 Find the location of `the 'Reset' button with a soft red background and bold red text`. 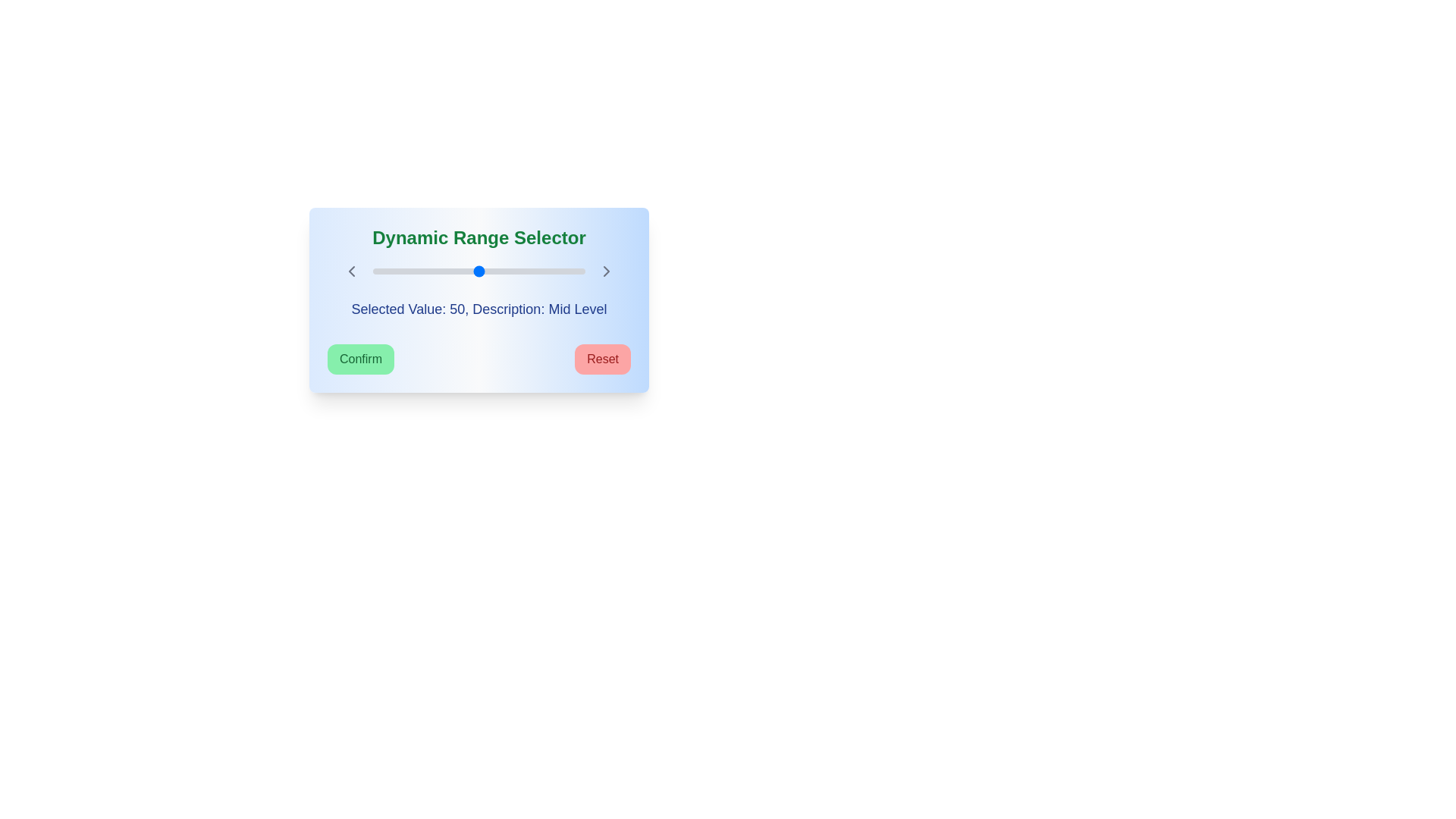

the 'Reset' button with a soft red background and bold red text is located at coordinates (602, 359).